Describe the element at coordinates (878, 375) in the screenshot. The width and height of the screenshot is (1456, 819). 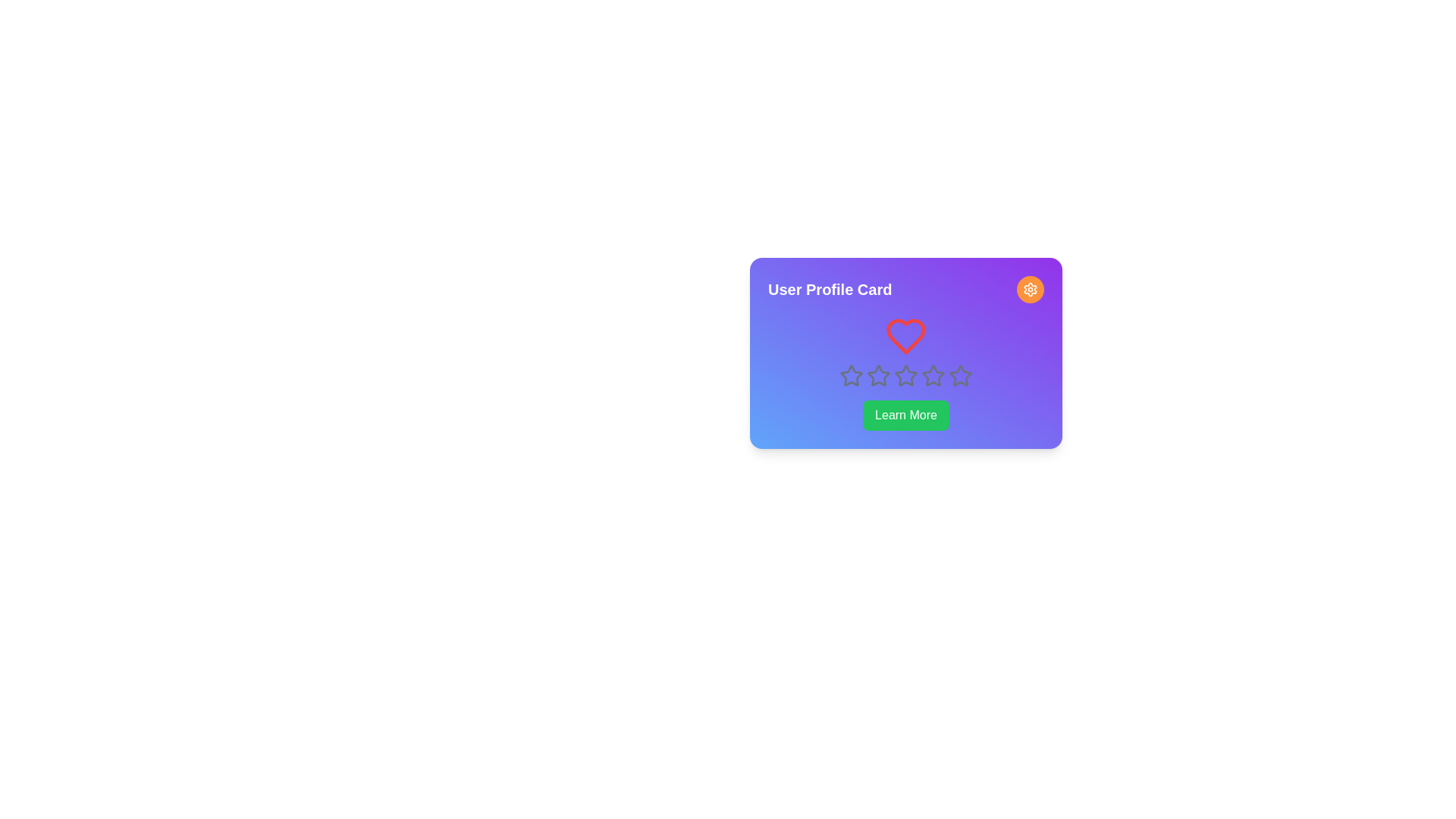
I see `the star icon in the third position of the group of five stars to rate it` at that location.